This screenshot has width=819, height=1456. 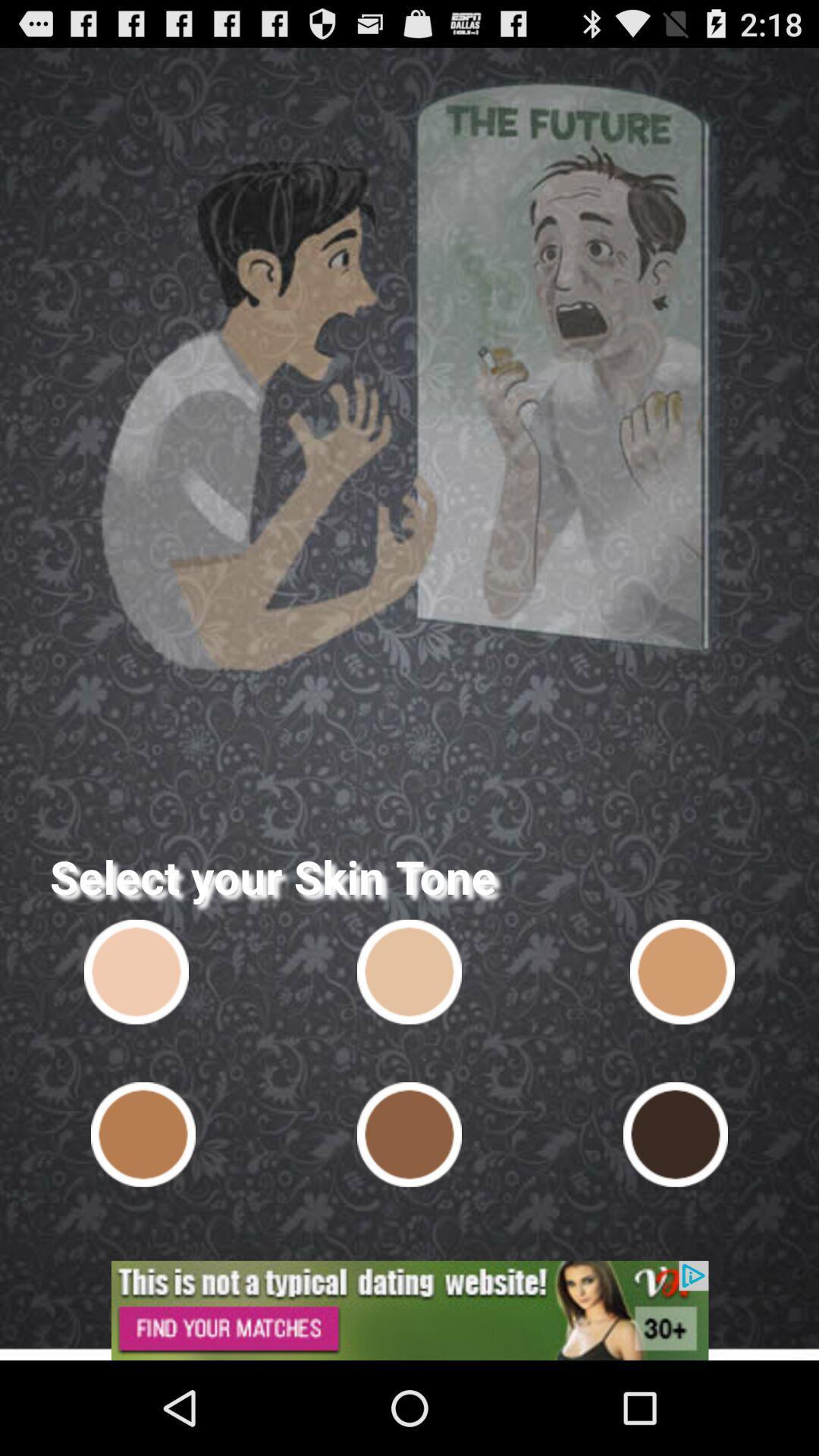 I want to click on color, so click(x=681, y=971).